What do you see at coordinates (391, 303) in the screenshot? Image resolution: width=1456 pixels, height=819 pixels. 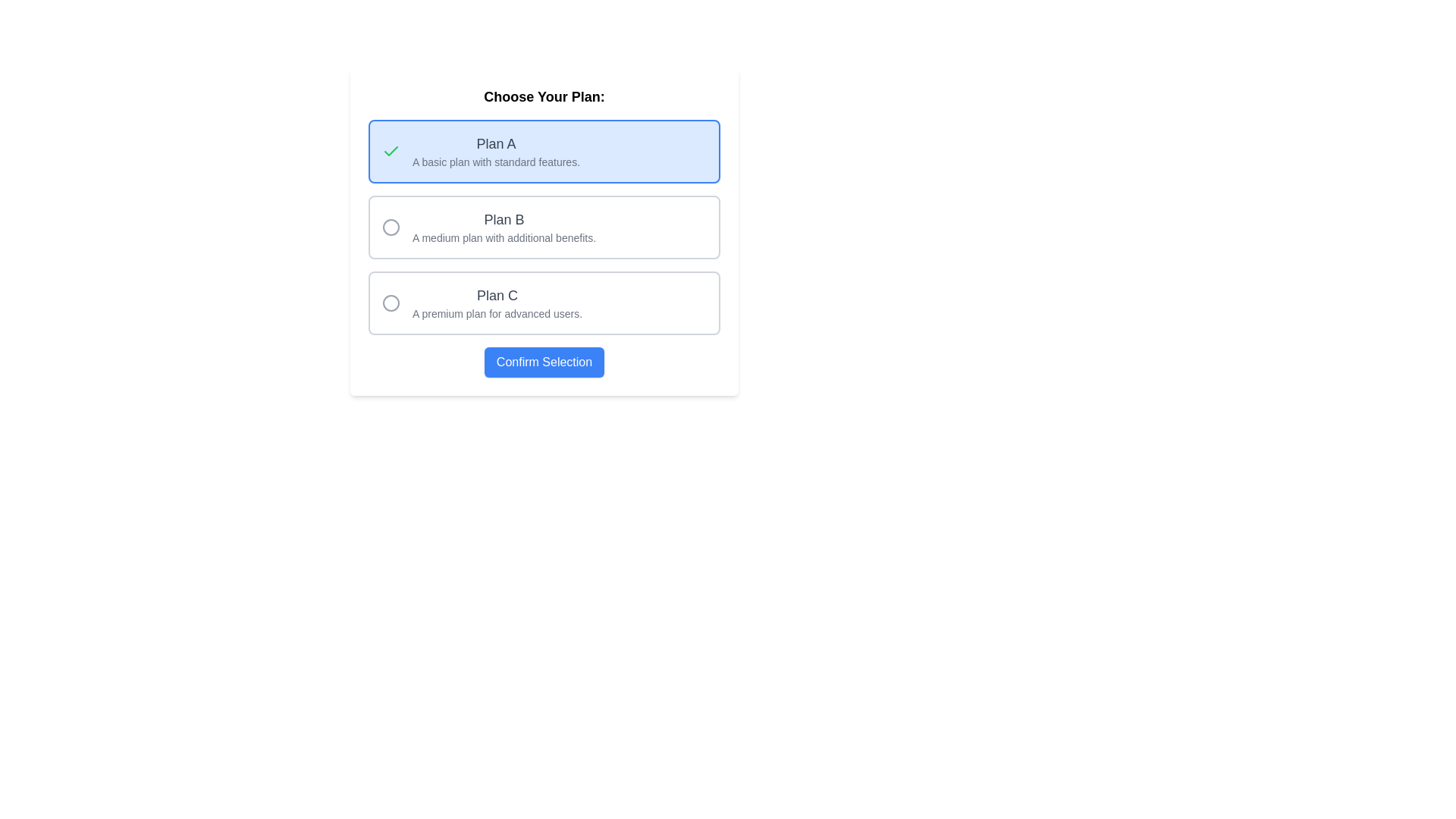 I see `the unselected radio button icon for 'Plan C', which is a circular, outlined icon located in the left side of the third option row` at bounding box center [391, 303].